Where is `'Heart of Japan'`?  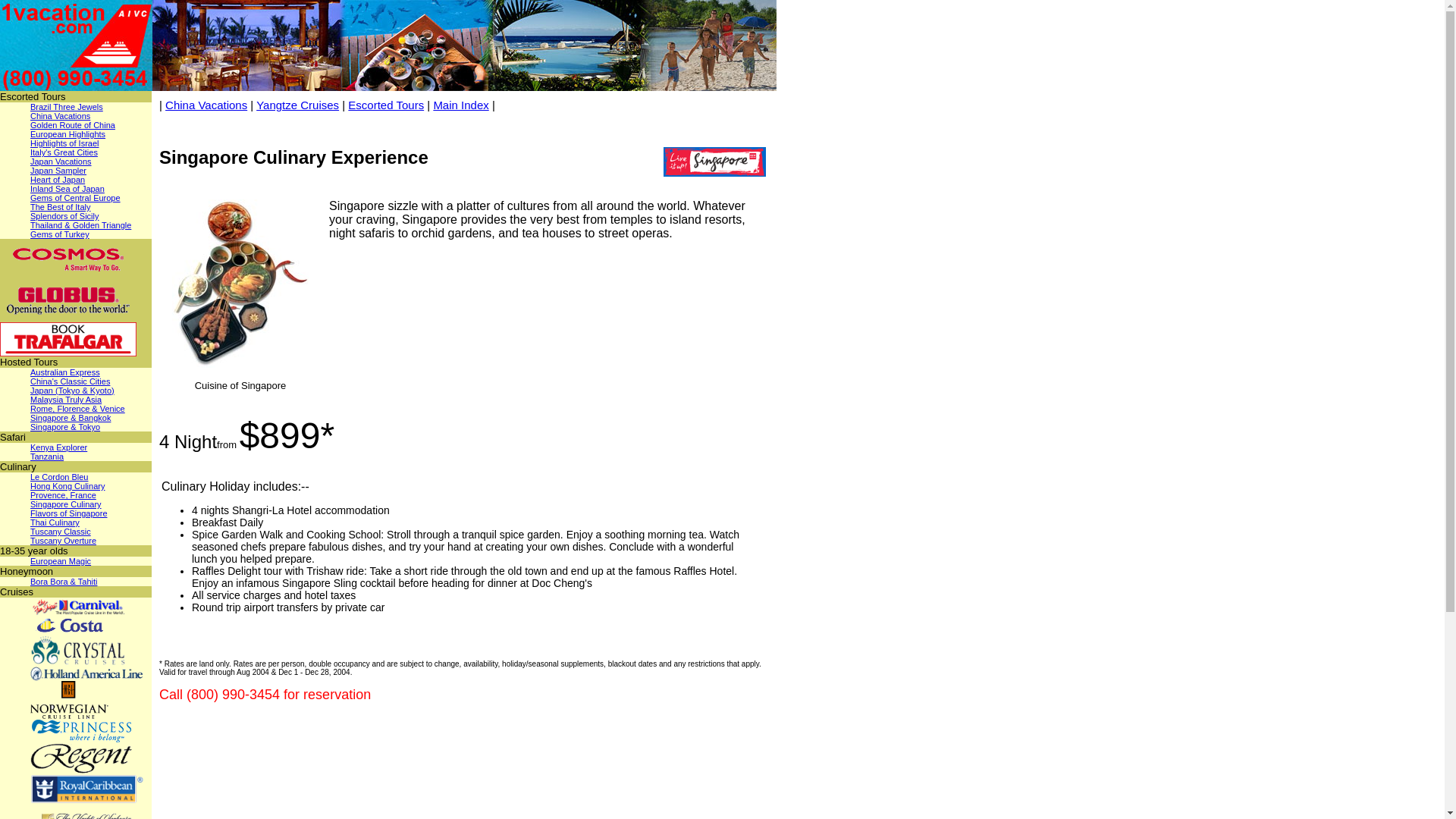 'Heart of Japan' is located at coordinates (58, 178).